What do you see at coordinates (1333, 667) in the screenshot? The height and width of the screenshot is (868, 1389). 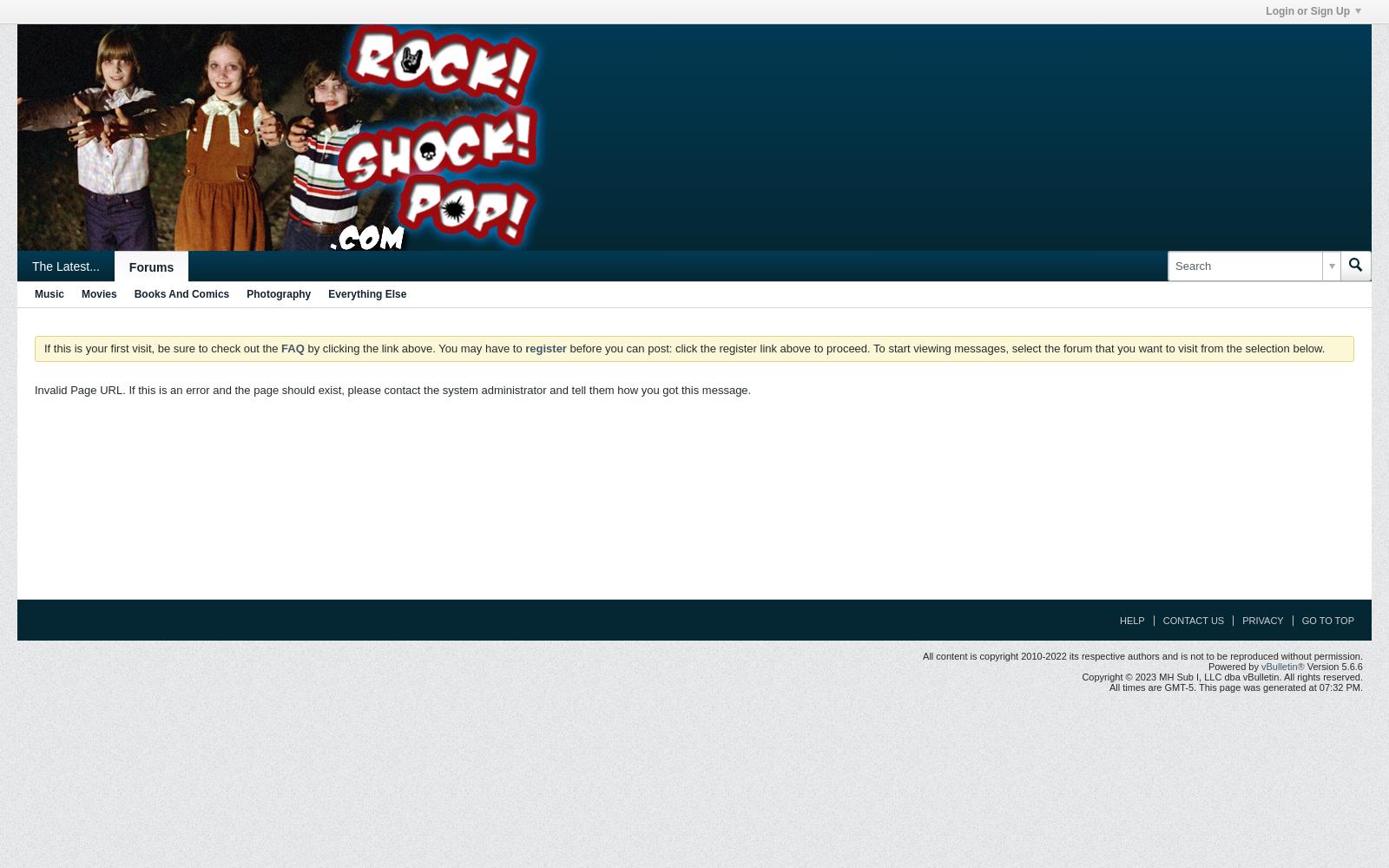 I see `'Version 5.6.6'` at bounding box center [1333, 667].